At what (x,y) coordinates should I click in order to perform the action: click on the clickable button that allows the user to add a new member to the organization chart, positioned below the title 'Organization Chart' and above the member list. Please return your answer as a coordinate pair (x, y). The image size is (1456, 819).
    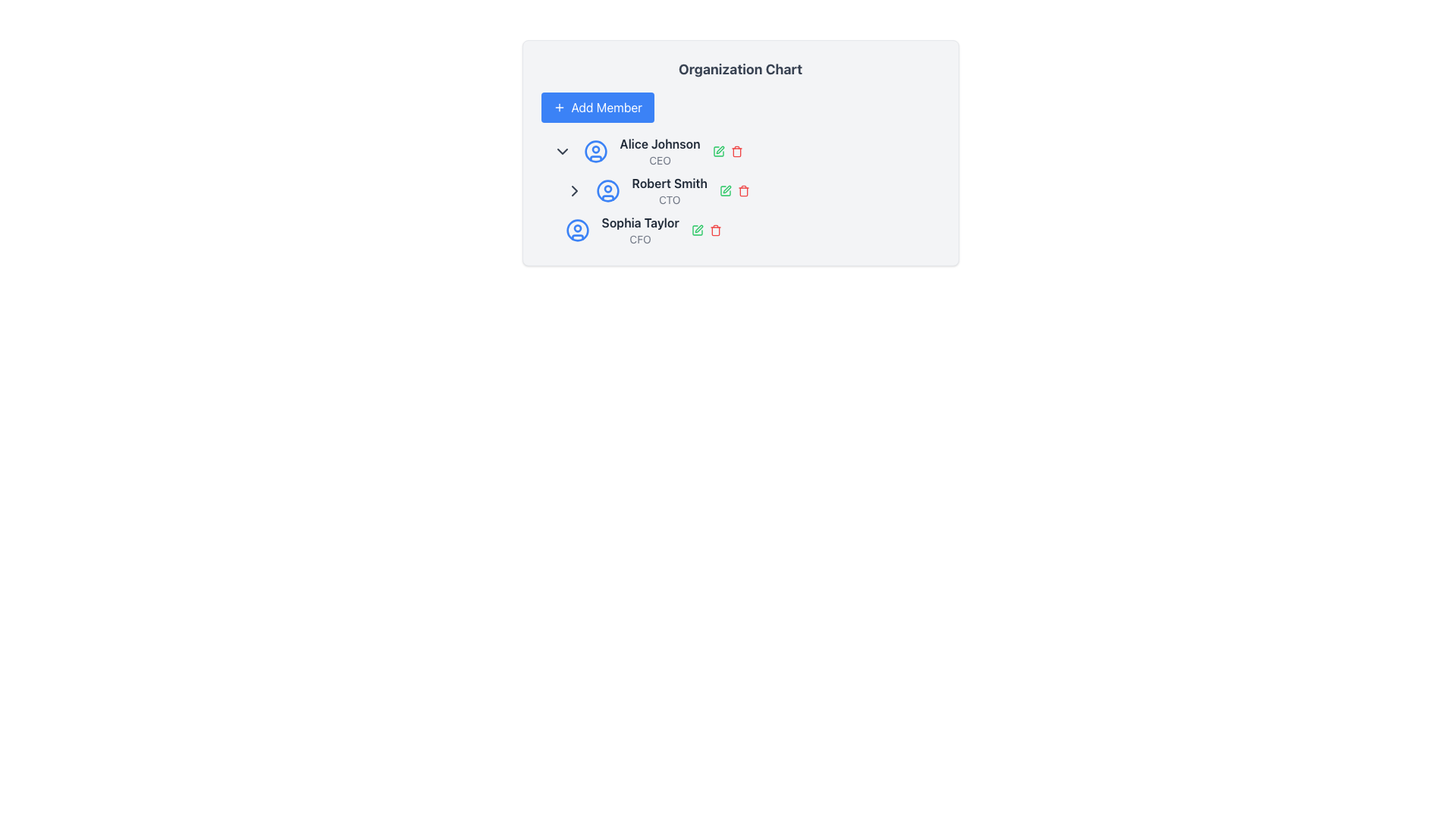
    Looking at the image, I should click on (597, 107).